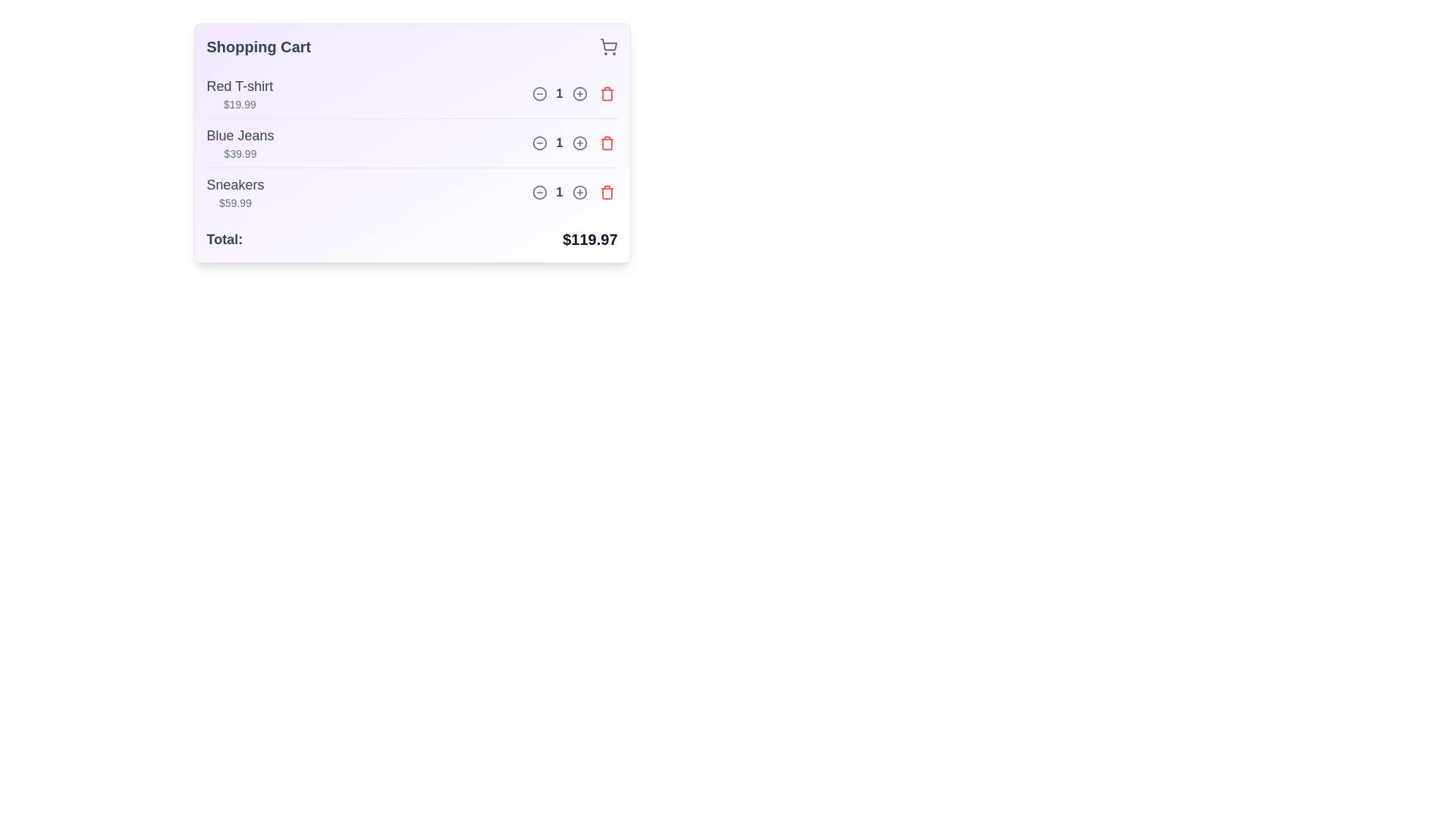 This screenshot has width=1456, height=819. Describe the element at coordinates (539, 143) in the screenshot. I see `the quantity decrement button for 'Blue Jeans' in the shopping cart to decrease the item quantity by one` at that location.